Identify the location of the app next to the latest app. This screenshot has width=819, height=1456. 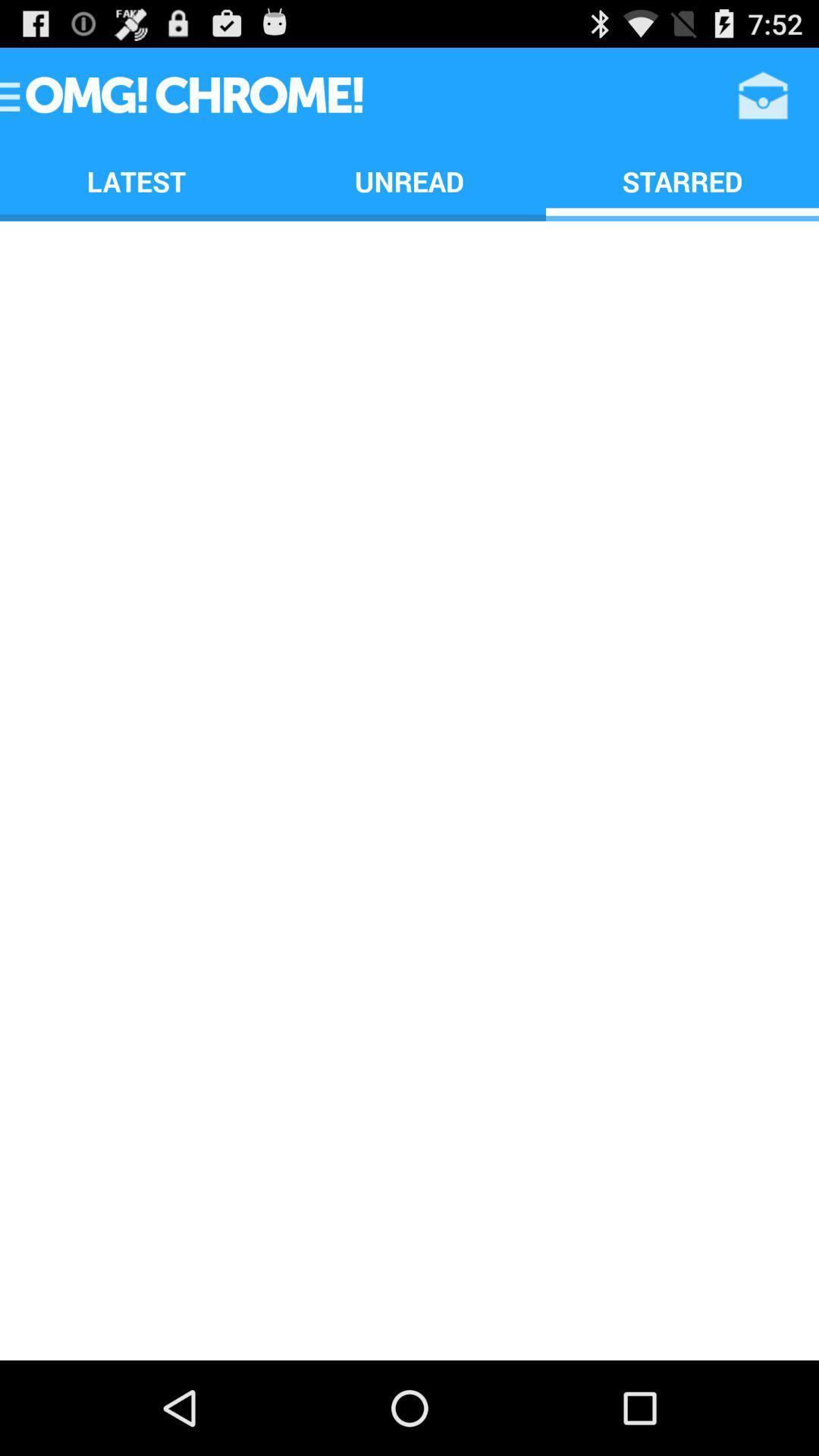
(409, 181).